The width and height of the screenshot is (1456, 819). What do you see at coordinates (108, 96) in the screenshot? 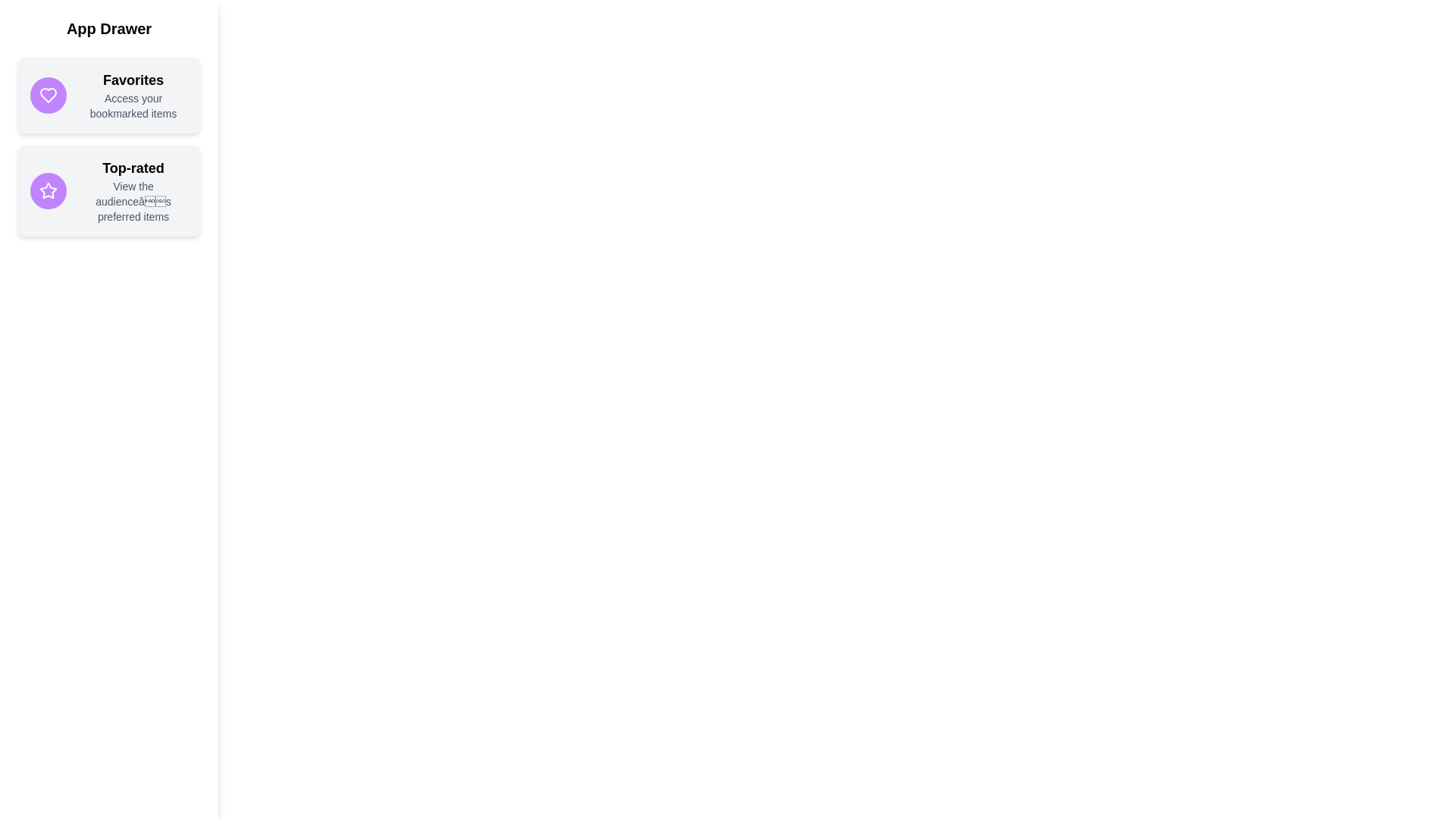
I see `the 'Favorites' item in the drawer` at bounding box center [108, 96].